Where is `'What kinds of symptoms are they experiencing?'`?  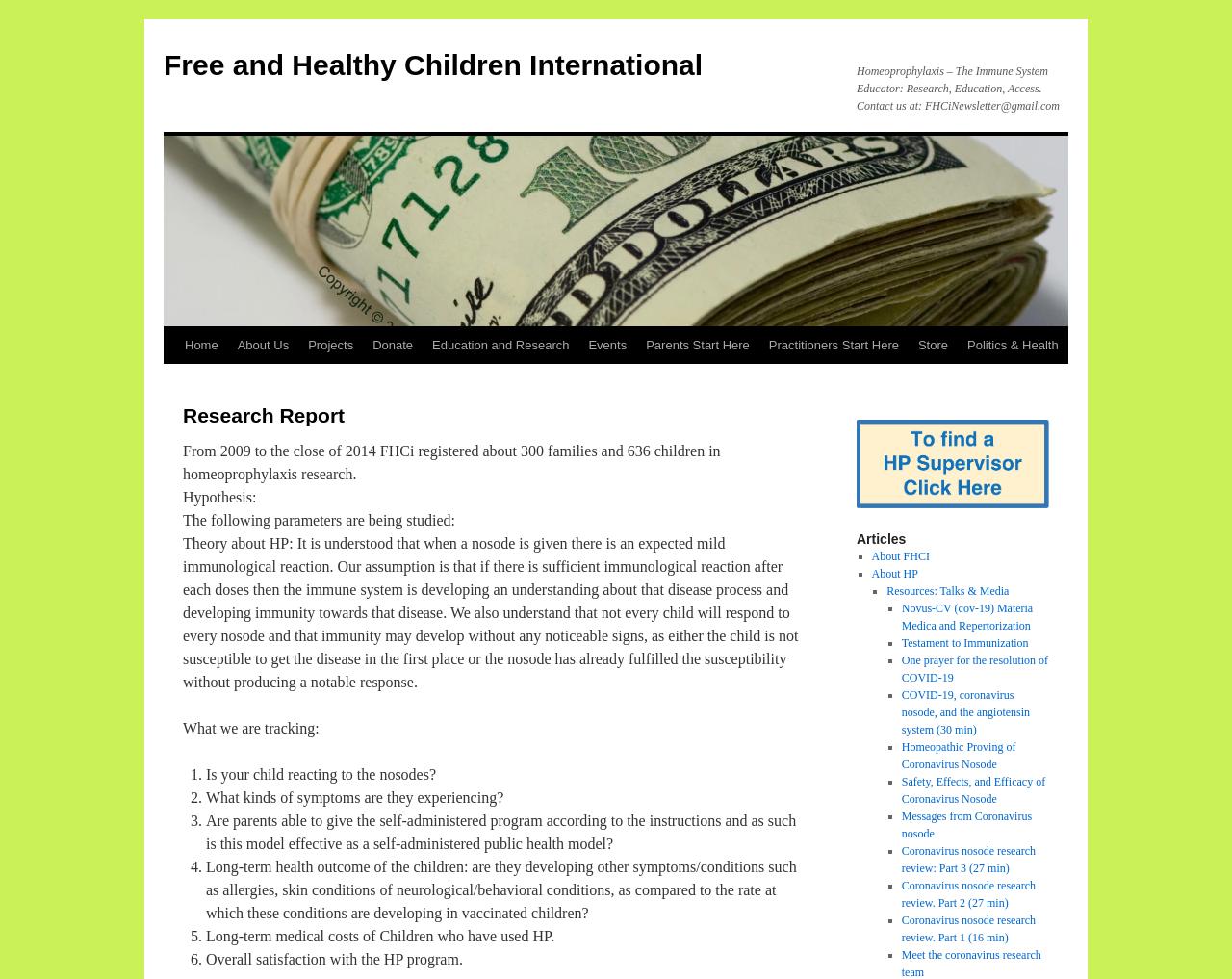
'What kinds of symptoms are they experiencing?' is located at coordinates (206, 796).